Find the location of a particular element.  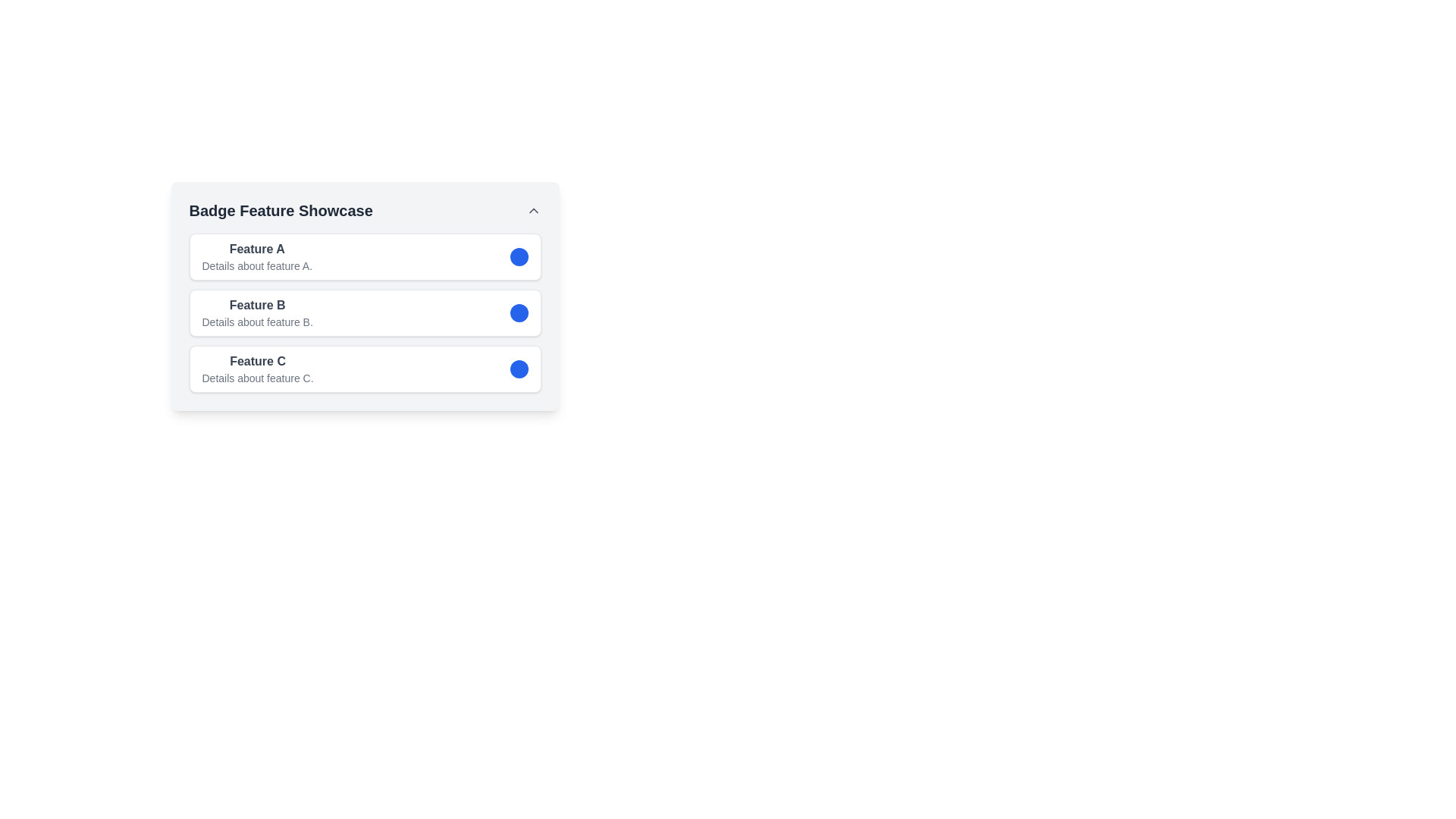

text content of the bold, medium-sized label displaying 'Feature A' located at the top section of the feature list, above the details about feature A is located at coordinates (257, 248).